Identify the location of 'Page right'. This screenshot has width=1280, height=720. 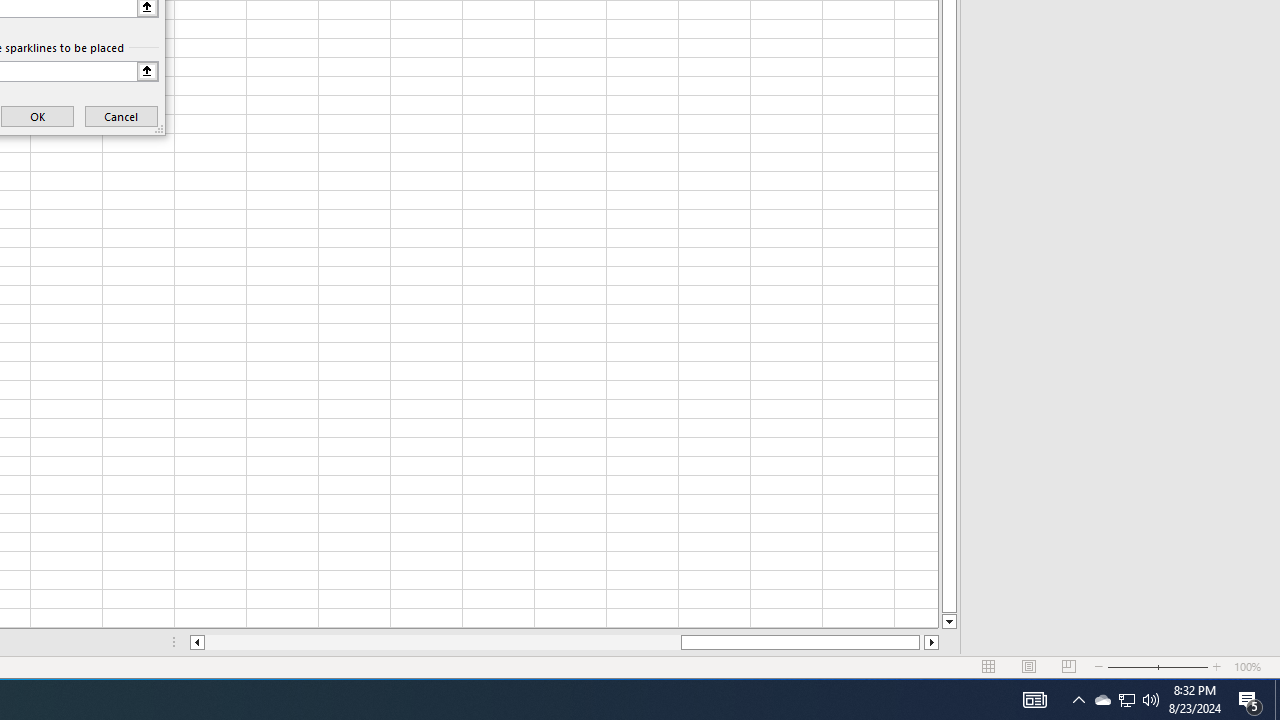
(921, 642).